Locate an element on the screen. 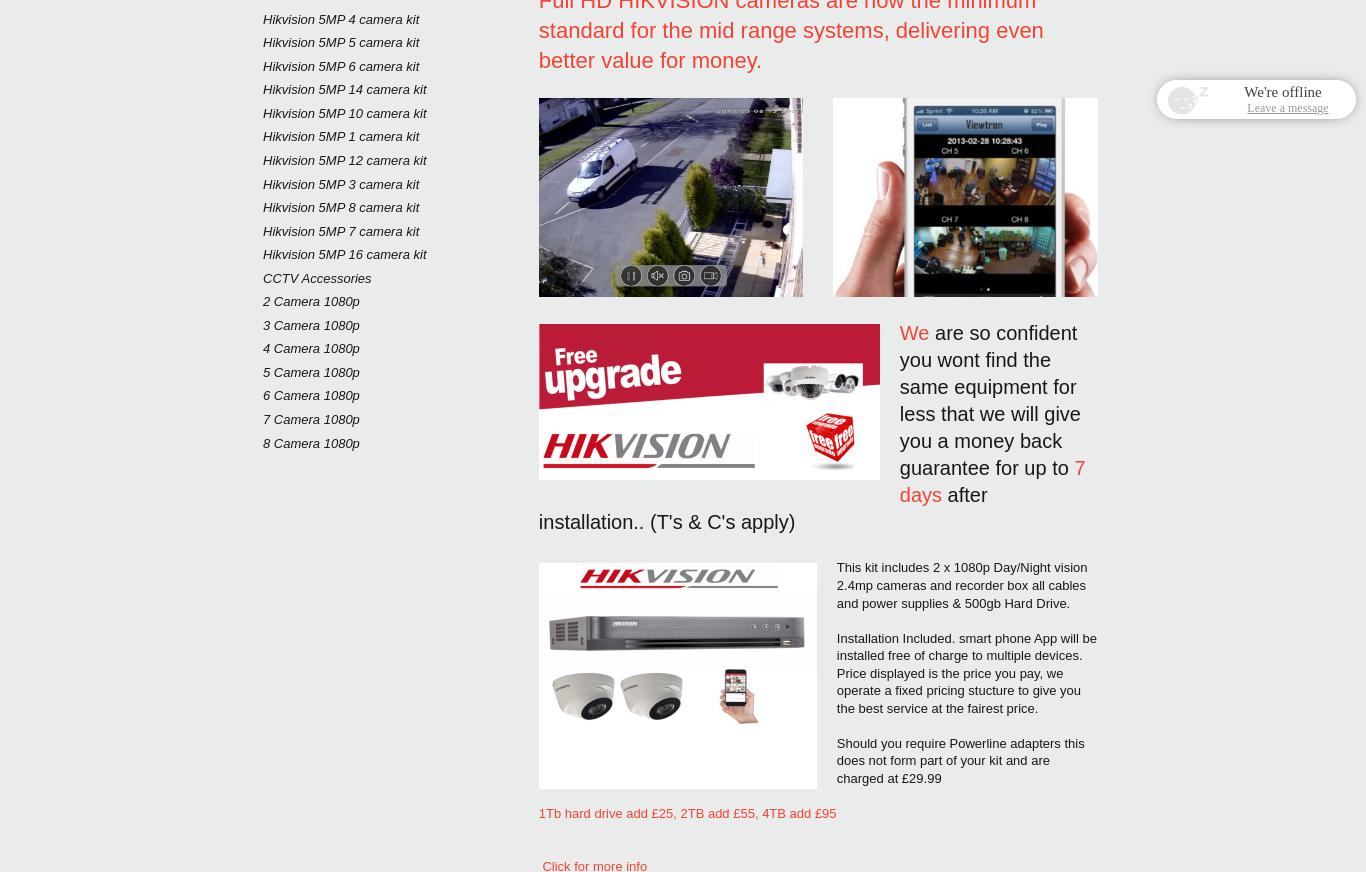 The width and height of the screenshot is (1366, 872). 'We're offline' is located at coordinates (1281, 90).